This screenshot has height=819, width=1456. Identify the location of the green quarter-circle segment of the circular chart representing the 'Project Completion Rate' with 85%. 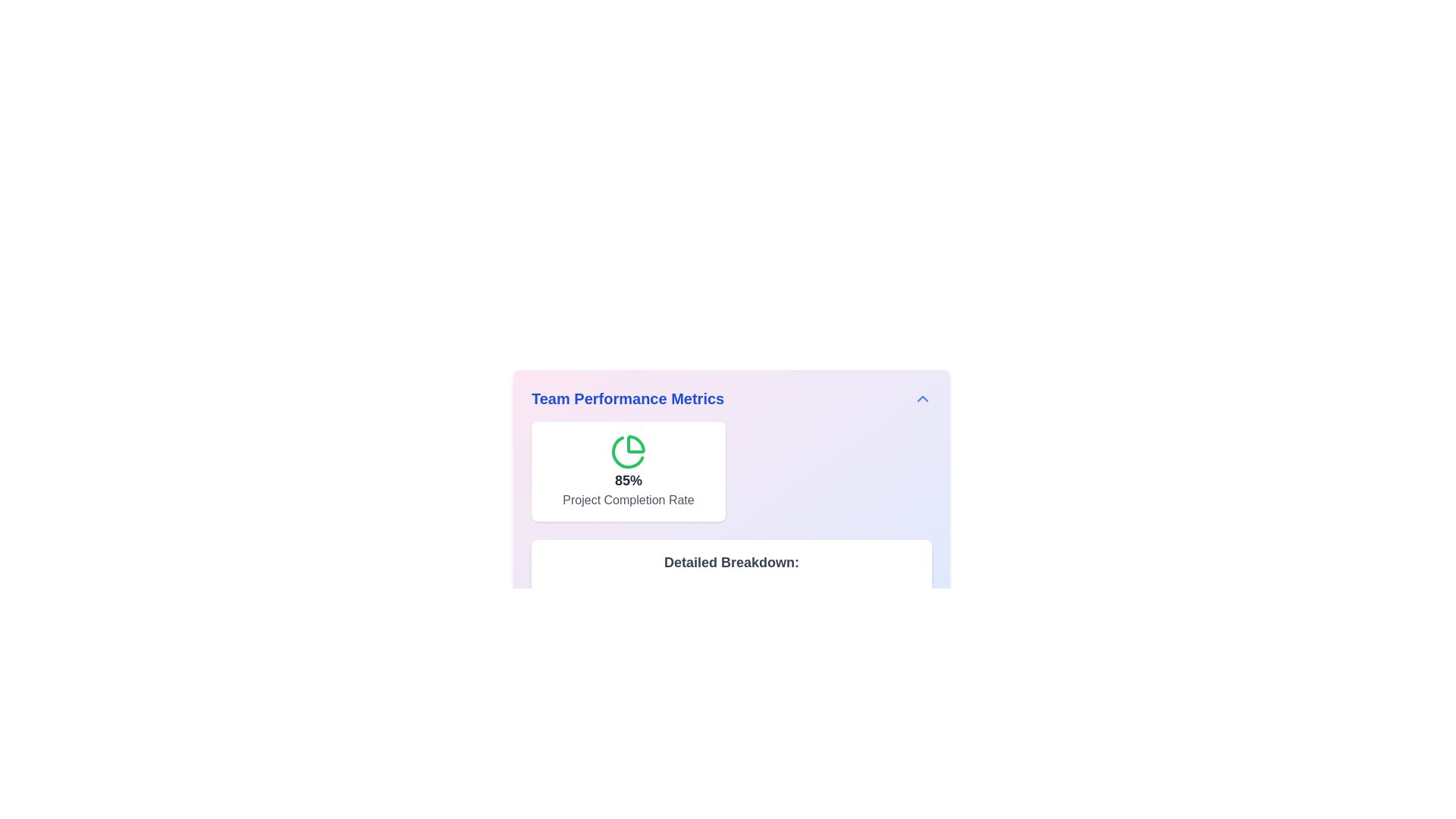
(636, 444).